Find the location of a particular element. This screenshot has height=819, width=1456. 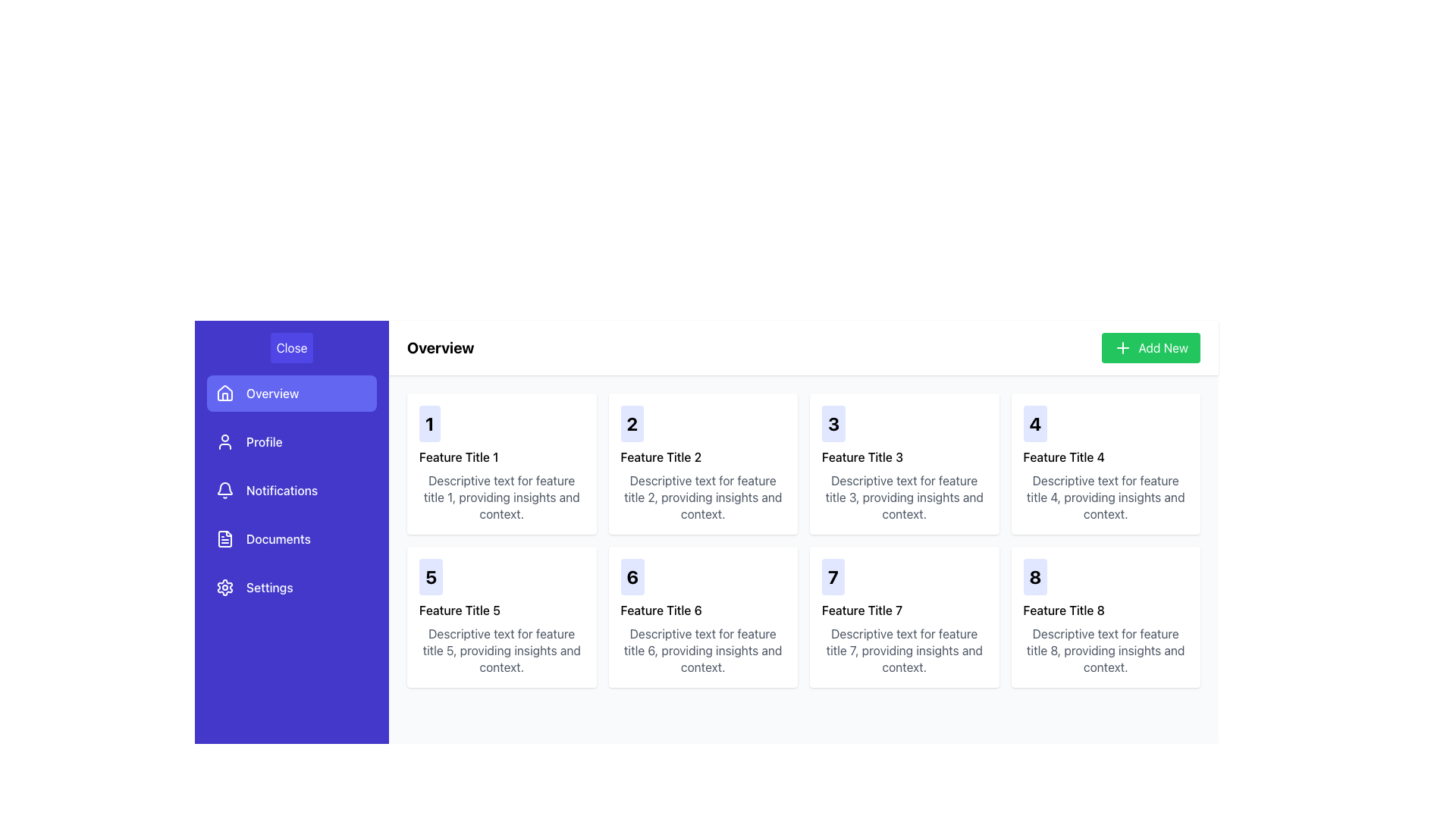

the label displaying 'Feature Title 5' which is positioned below the number '5' and above its descriptive paragraph in the card layout is located at coordinates (459, 610).